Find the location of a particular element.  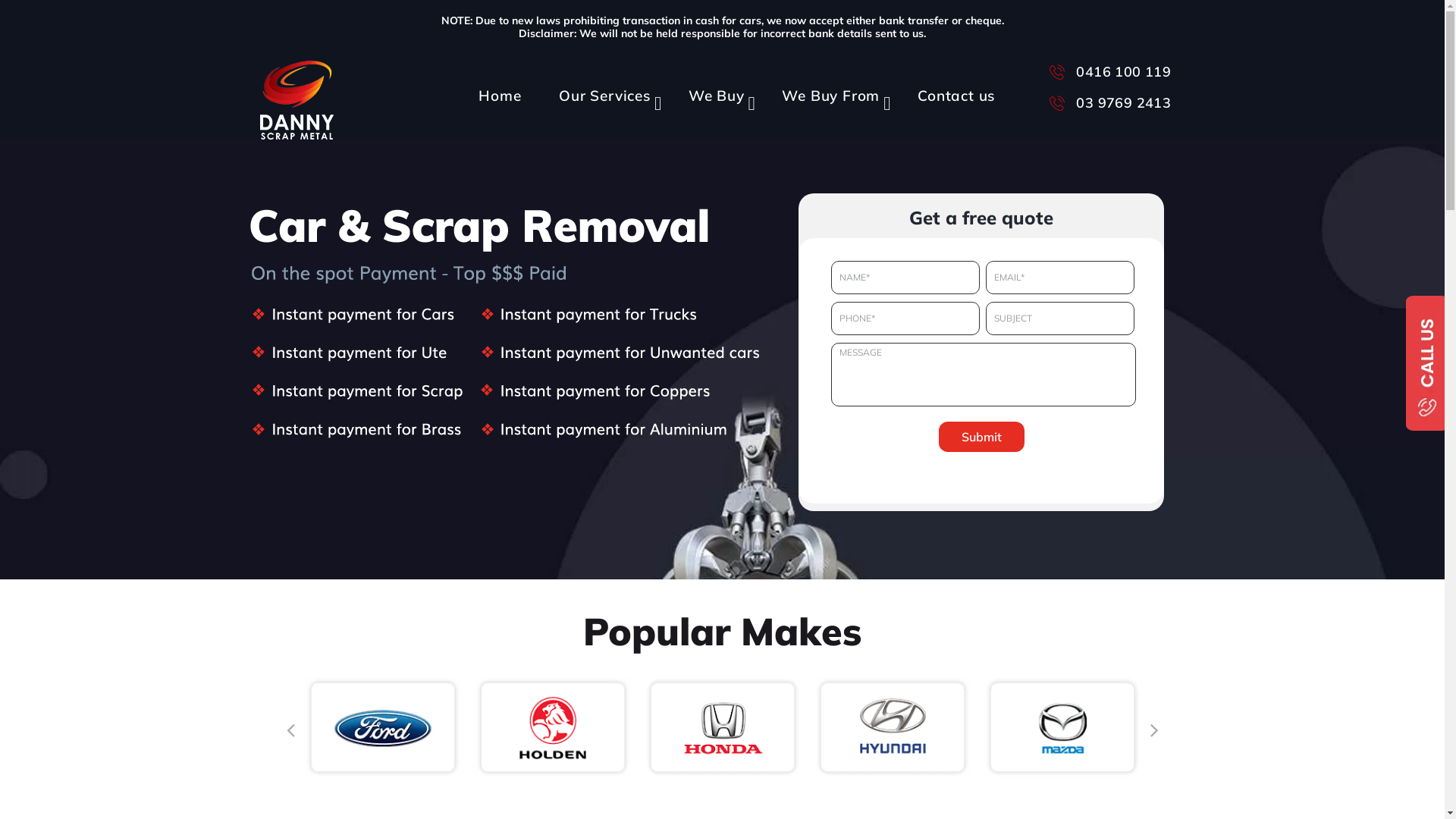

'0416 100 119' is located at coordinates (1048, 70).